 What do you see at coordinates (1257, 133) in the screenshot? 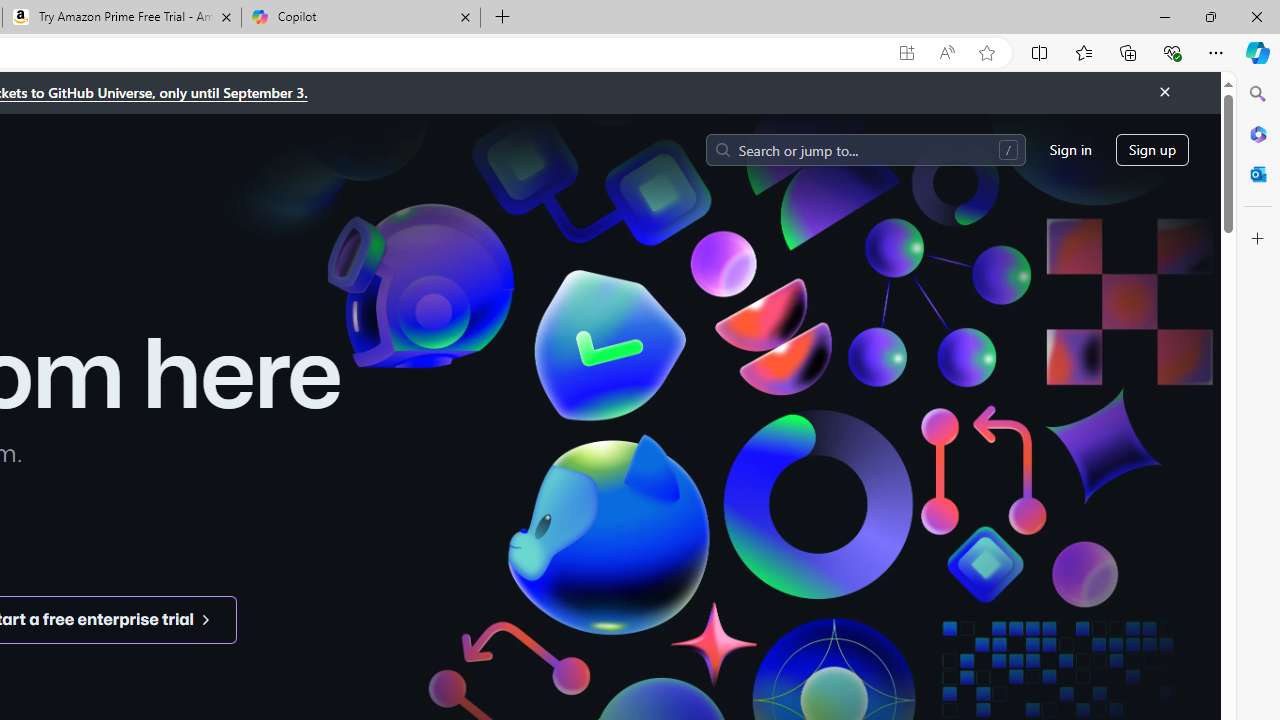
I see `'Microsoft 365'` at bounding box center [1257, 133].